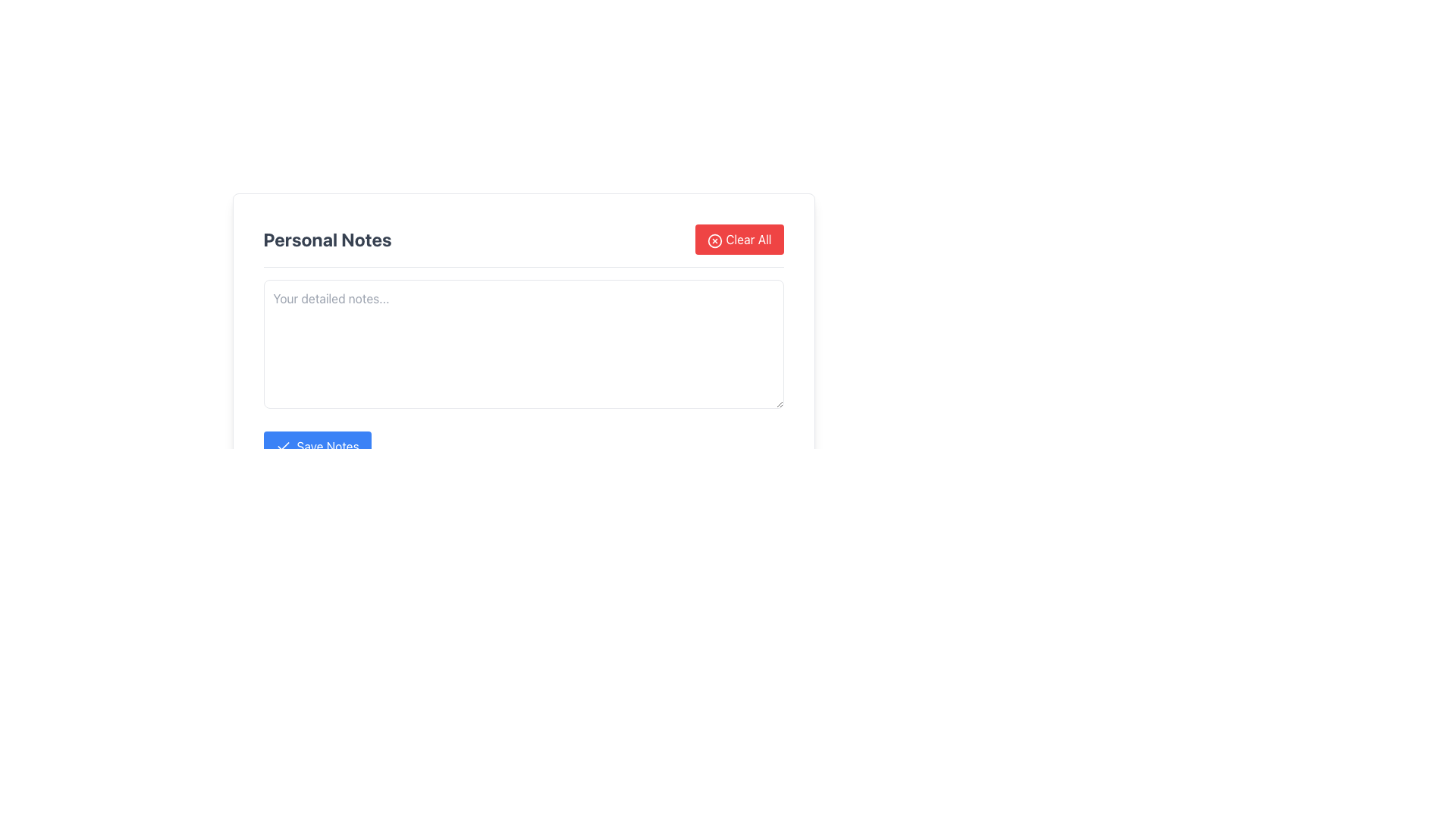 The width and height of the screenshot is (1456, 819). I want to click on the SVG Circle element within the 'Clear All' button in the top-right corner of the 'Personal Notes' panel, so click(714, 240).